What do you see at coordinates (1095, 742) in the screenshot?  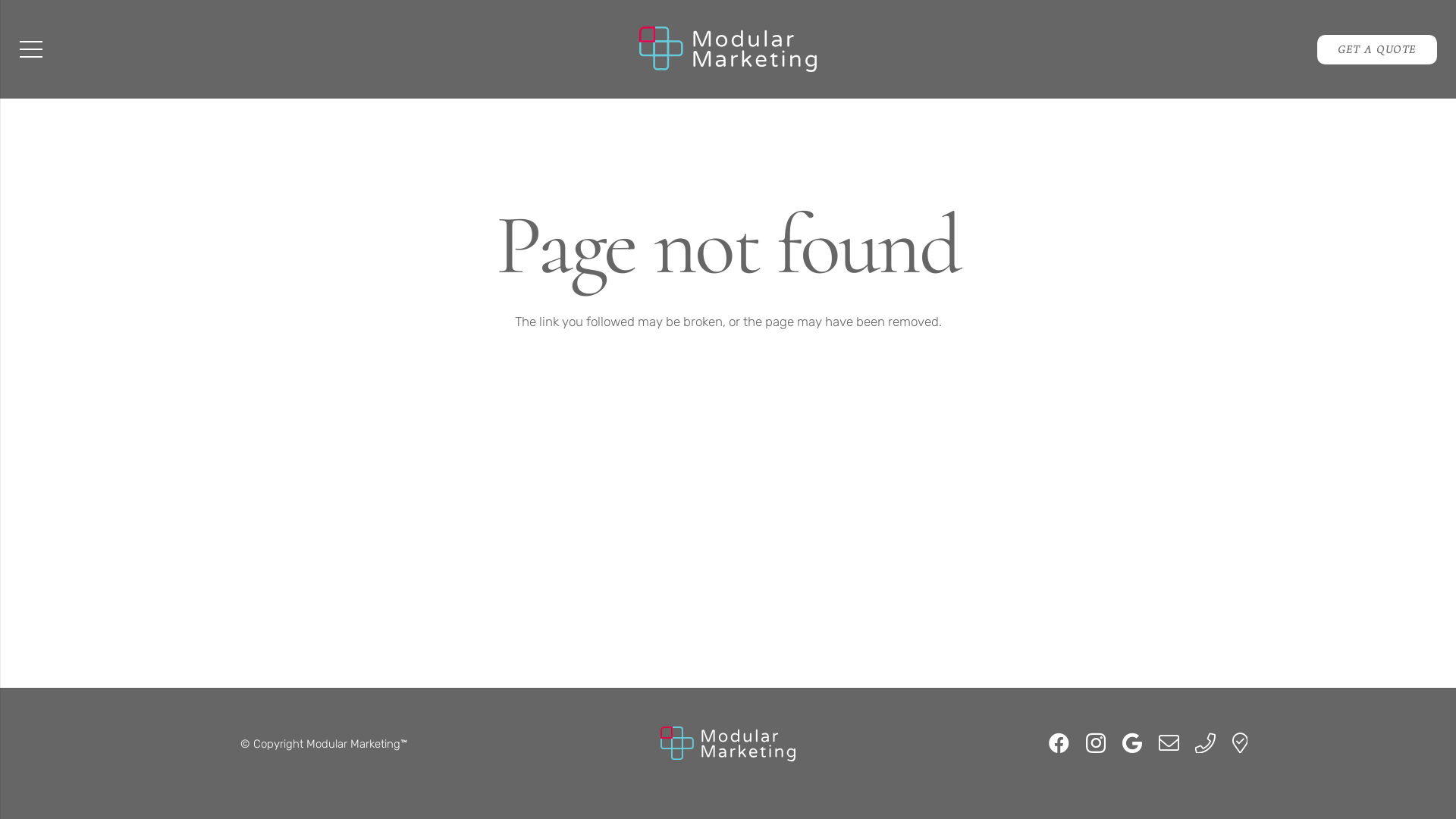 I see `'Instagram'` at bounding box center [1095, 742].